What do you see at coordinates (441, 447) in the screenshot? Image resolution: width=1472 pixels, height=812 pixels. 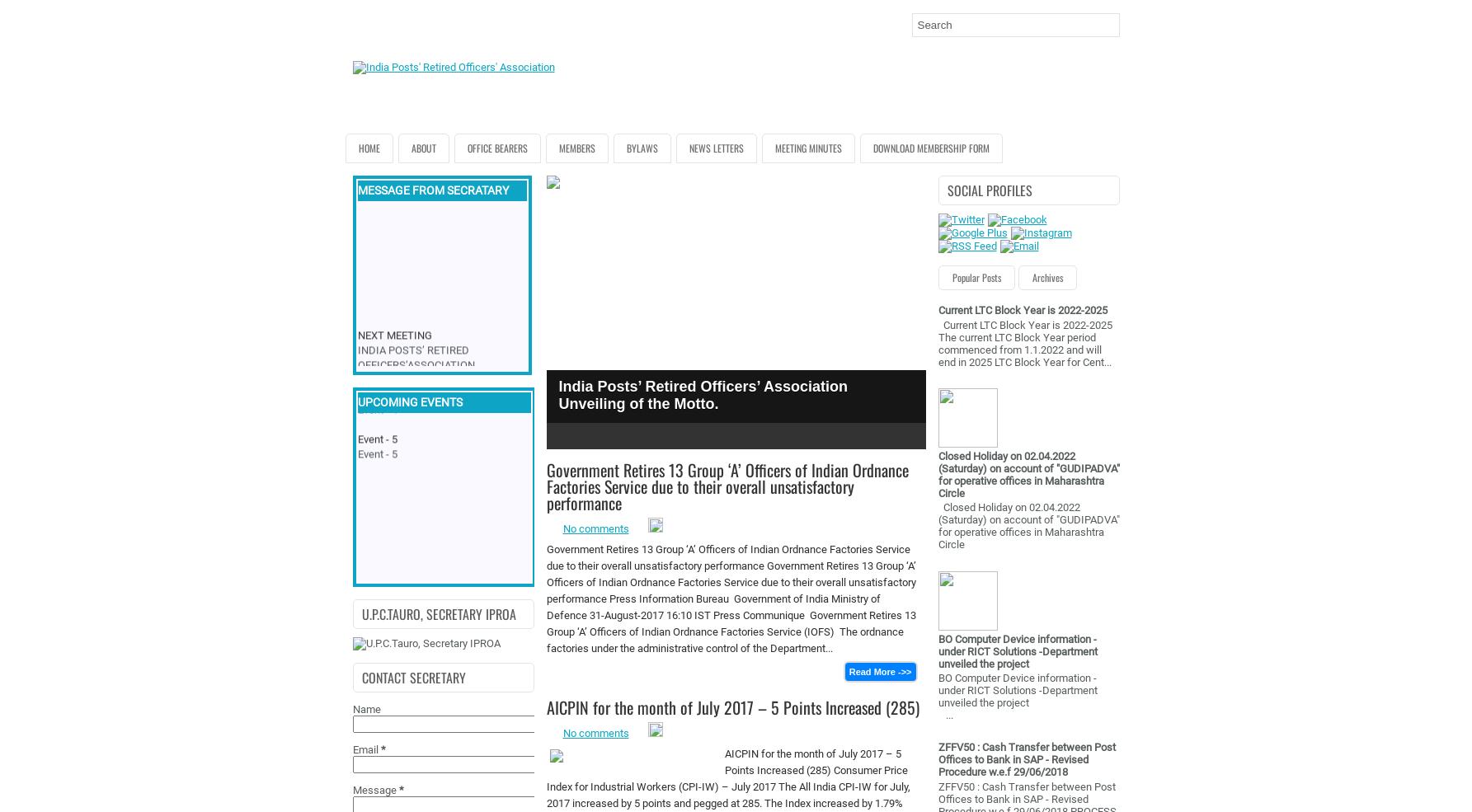 I see `'Respected Sir/Ma'am, The next  meeting of India Posts' Retired Officers' Association will be held on Saturday the 28th November 2020 at 10.30 a.m onwards through Zoom  under the Chairmanship of Shri R.Ganesan Ex Secretary Dept of Posts India. The notification has been issued with the Agenda of the meeting and circulated to all  
With Profound Respects, Yours Sincerely  U.P.C.Tauro'` at bounding box center [441, 447].